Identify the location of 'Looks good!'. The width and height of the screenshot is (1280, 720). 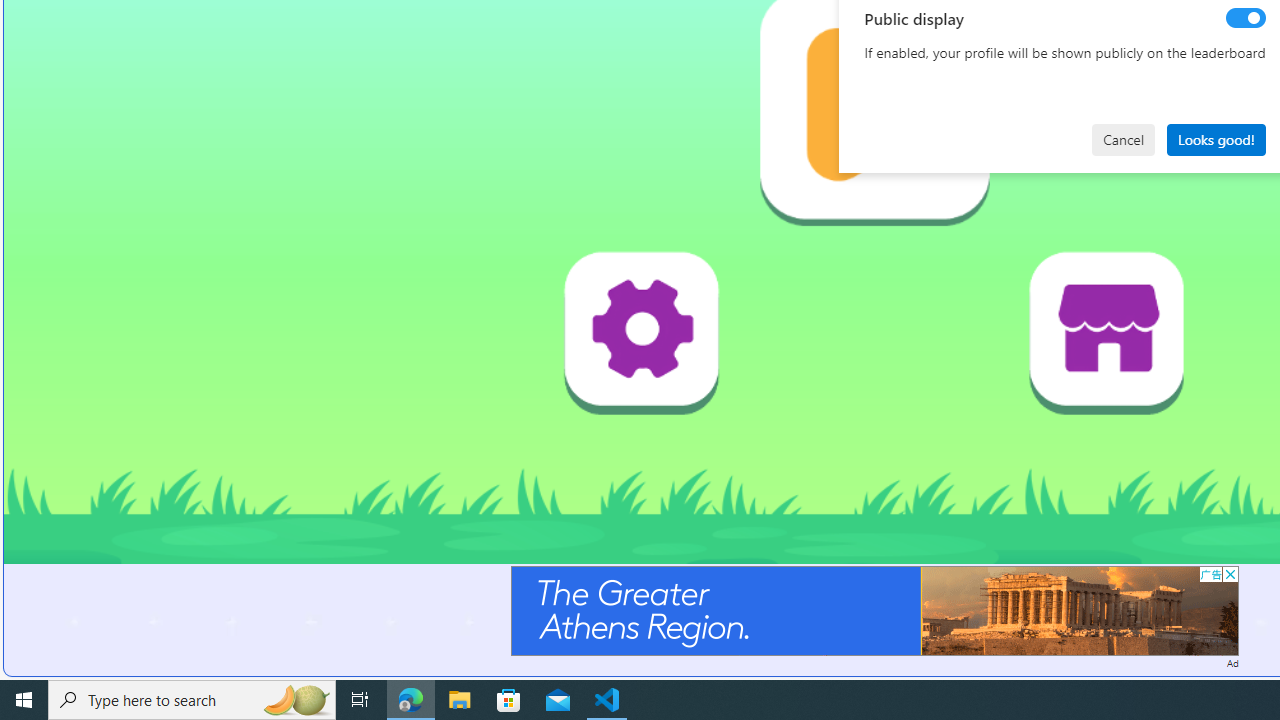
(1215, 138).